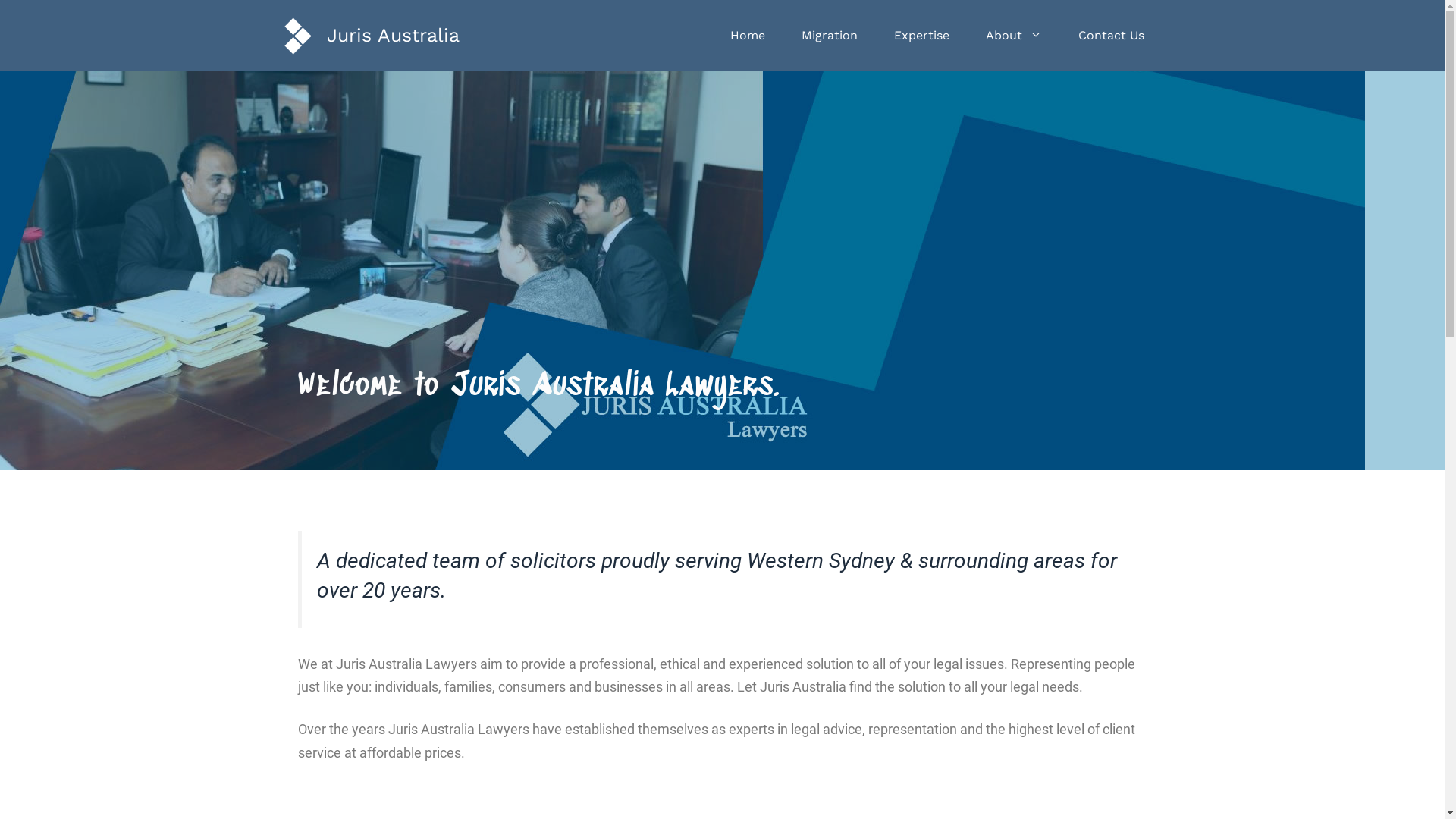 The width and height of the screenshot is (1456, 819). I want to click on 'Contact Us', so click(1111, 34).